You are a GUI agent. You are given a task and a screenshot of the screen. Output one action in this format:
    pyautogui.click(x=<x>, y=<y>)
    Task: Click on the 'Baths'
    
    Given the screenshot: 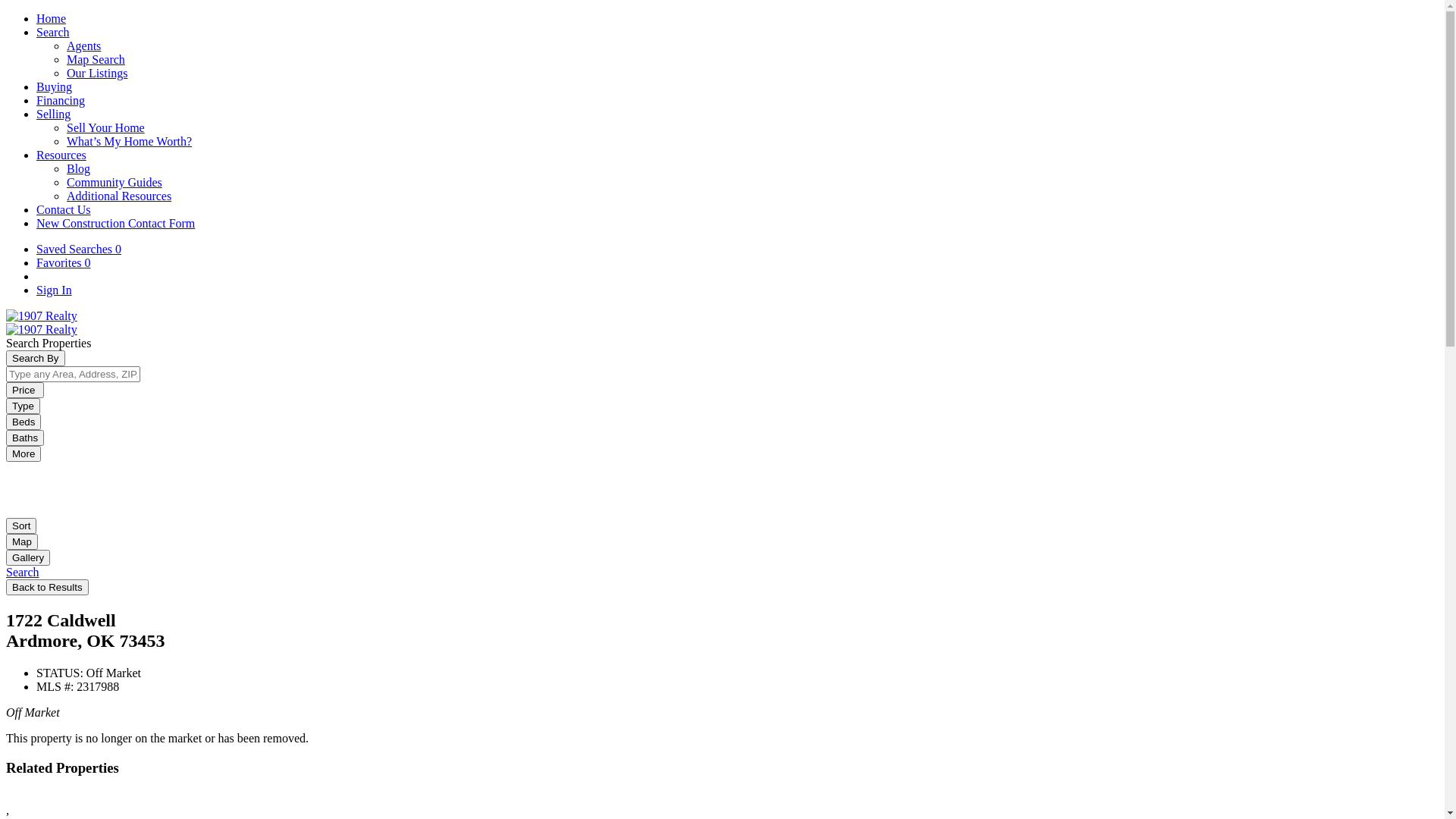 What is the action you would take?
    pyautogui.click(x=25, y=438)
    